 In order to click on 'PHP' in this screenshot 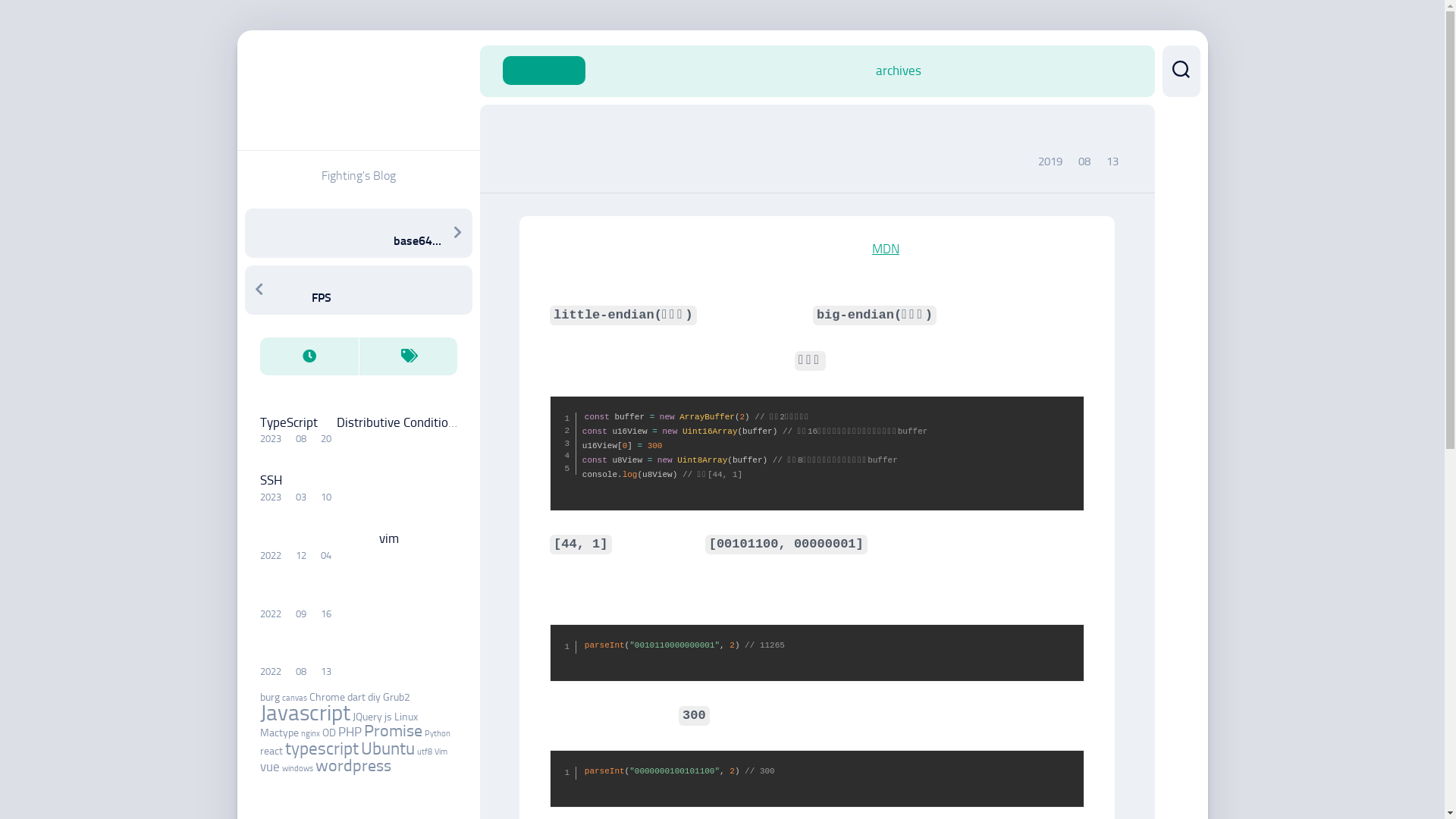, I will do `click(337, 730)`.